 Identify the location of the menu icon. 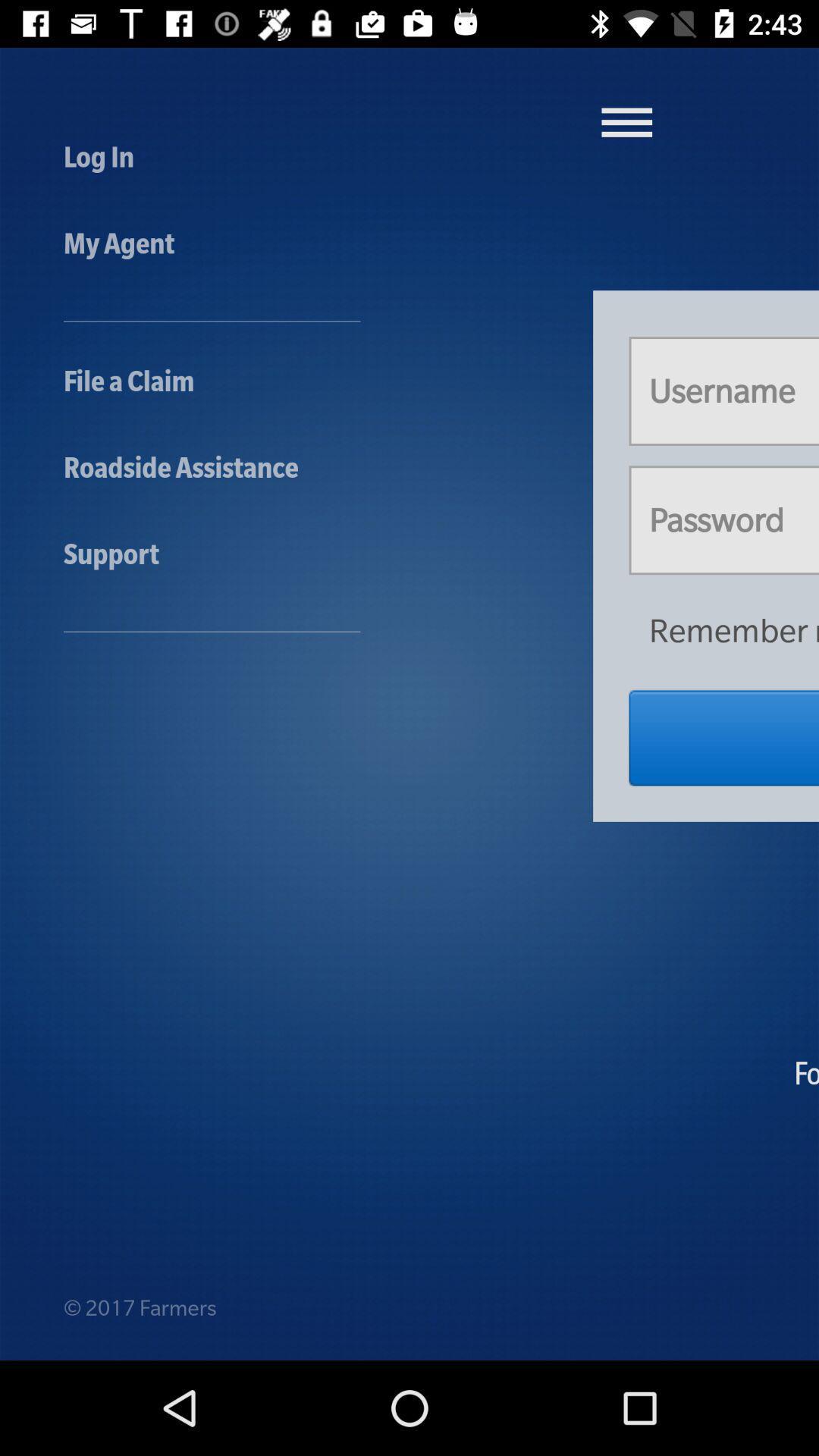
(626, 122).